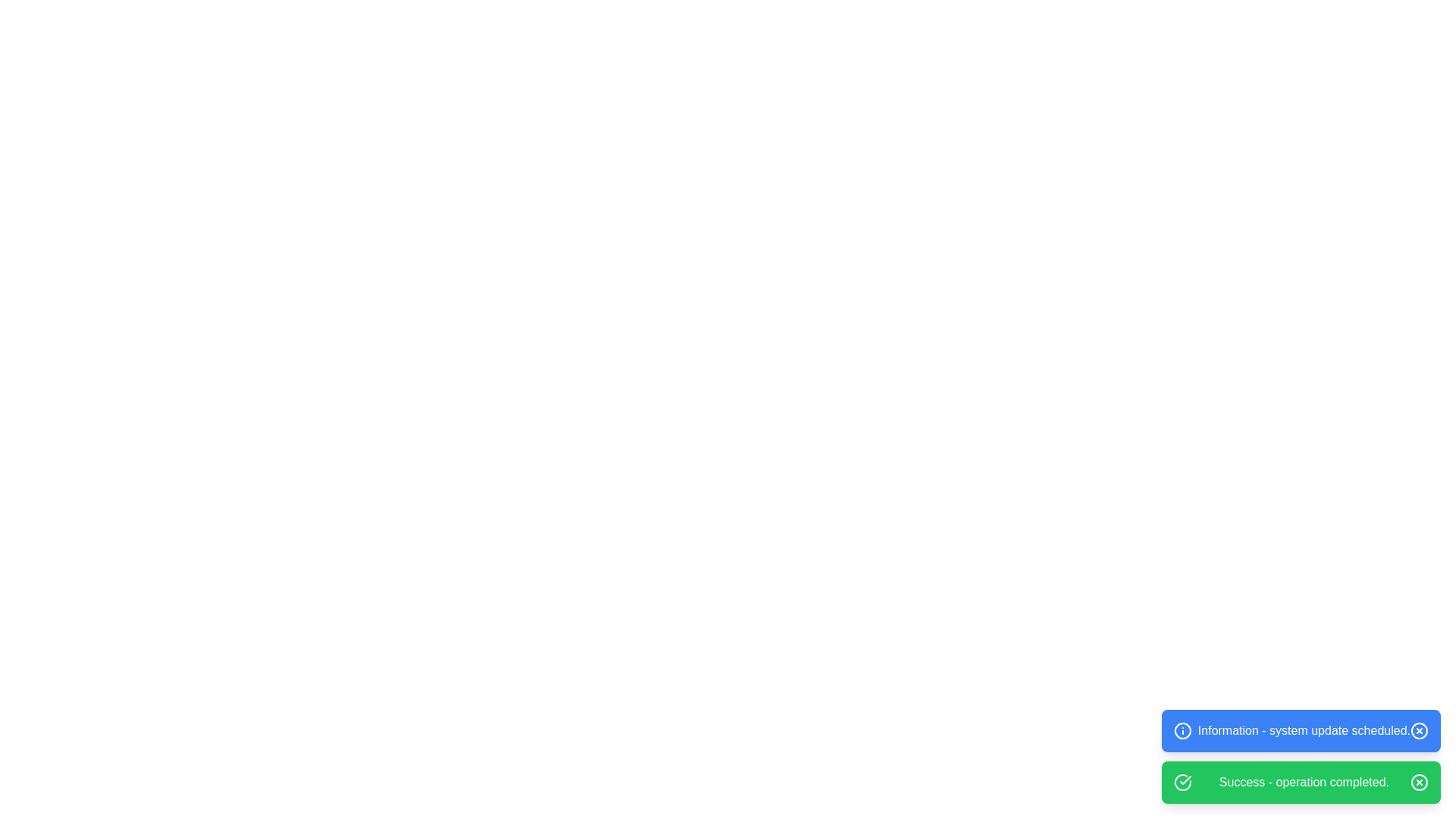  Describe the element at coordinates (1419, 783) in the screenshot. I see `the close button located in the top-right corner of the 'Success - operation completed.' notification` at that location.